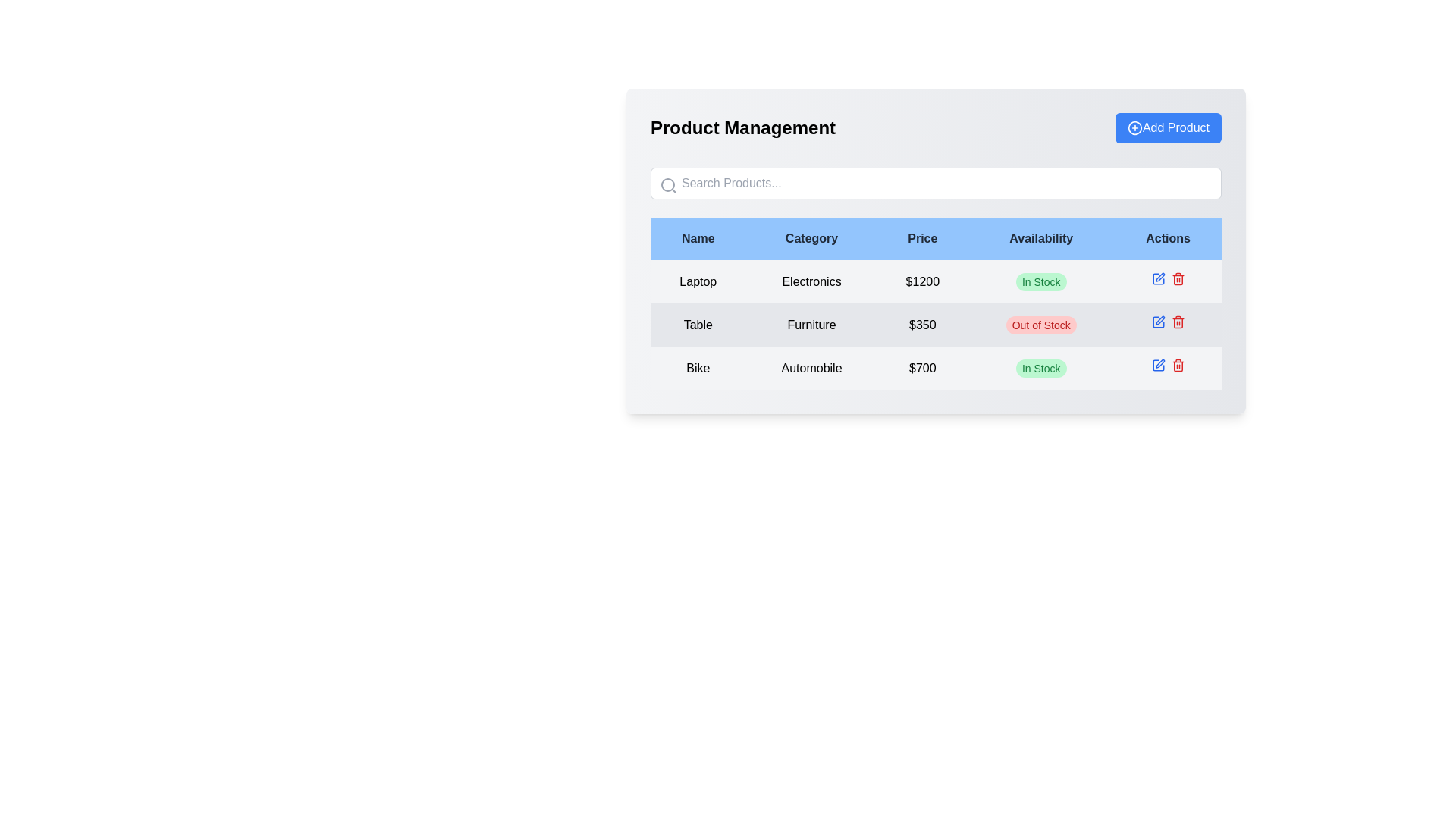 Image resolution: width=1456 pixels, height=819 pixels. Describe the element at coordinates (1040, 324) in the screenshot. I see `status indicator label marking the product as unavailable for purchase, located in the second row of the 'Availability' column of the table` at that location.